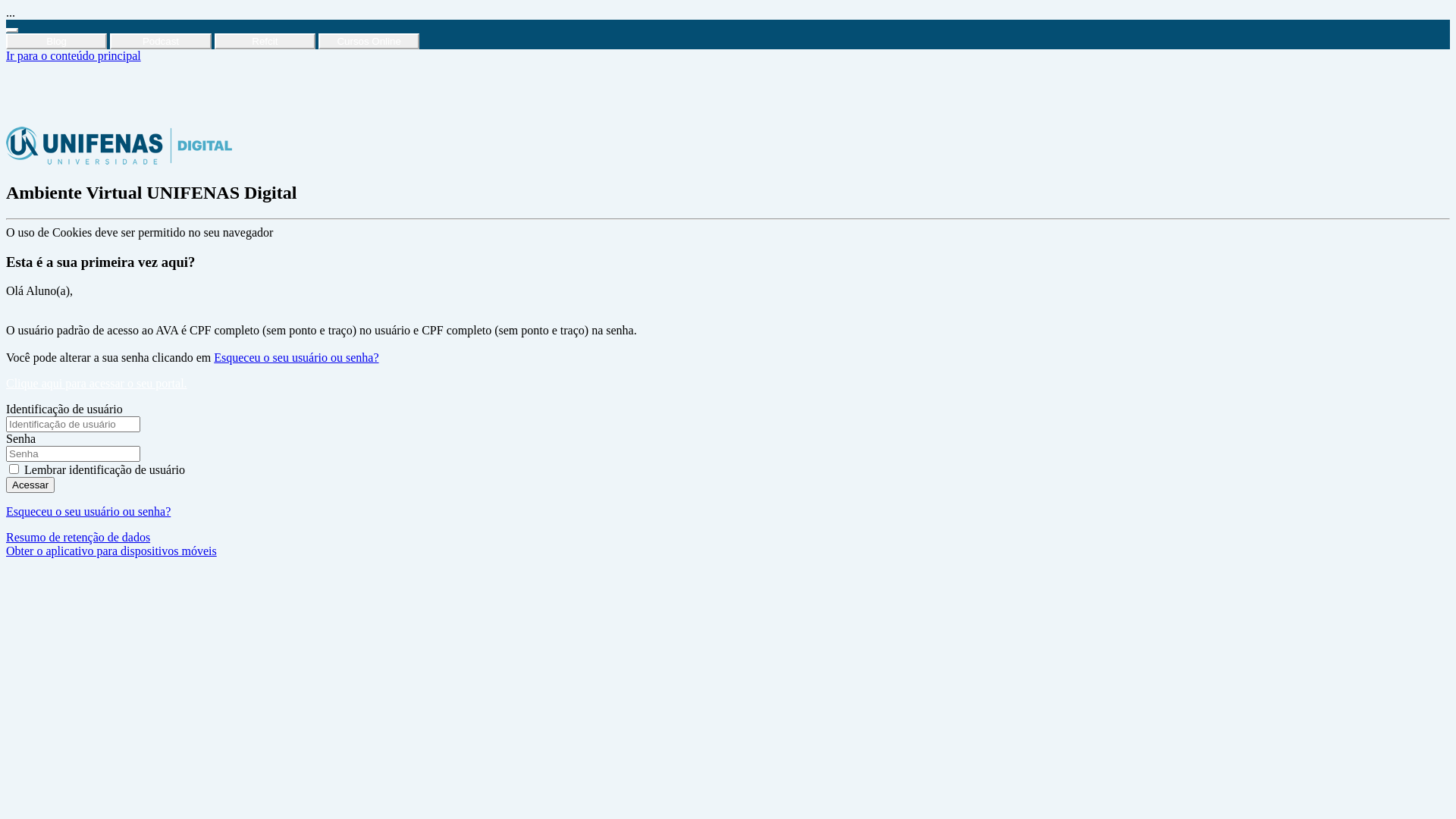 This screenshot has height=819, width=1456. What do you see at coordinates (265, 40) in the screenshot?
I see `'Refcit'` at bounding box center [265, 40].